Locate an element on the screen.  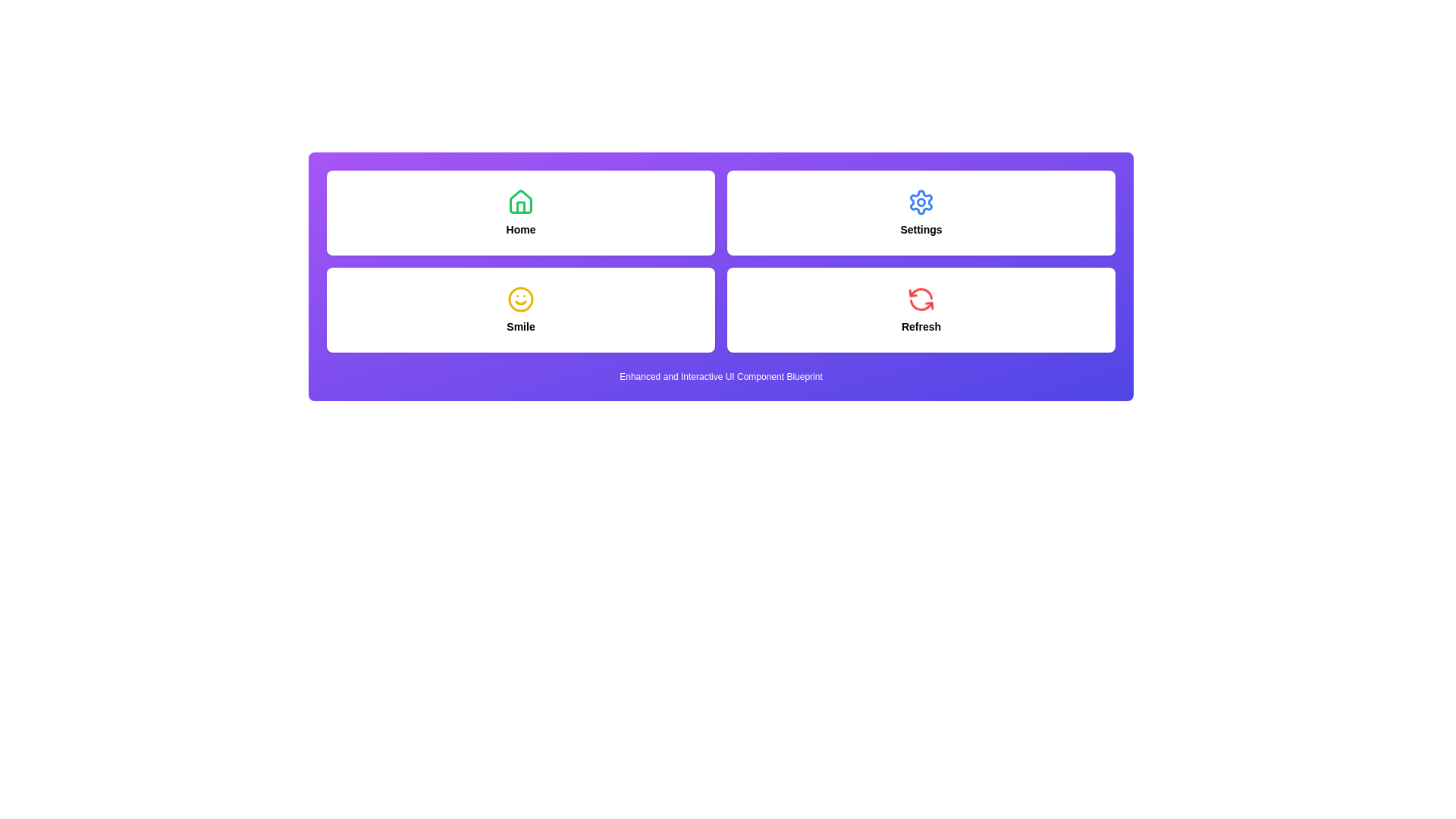
the 'Settings' icon located in the top-right quadrant of the grid, centered above the 'Settings' text label is located at coordinates (920, 201).